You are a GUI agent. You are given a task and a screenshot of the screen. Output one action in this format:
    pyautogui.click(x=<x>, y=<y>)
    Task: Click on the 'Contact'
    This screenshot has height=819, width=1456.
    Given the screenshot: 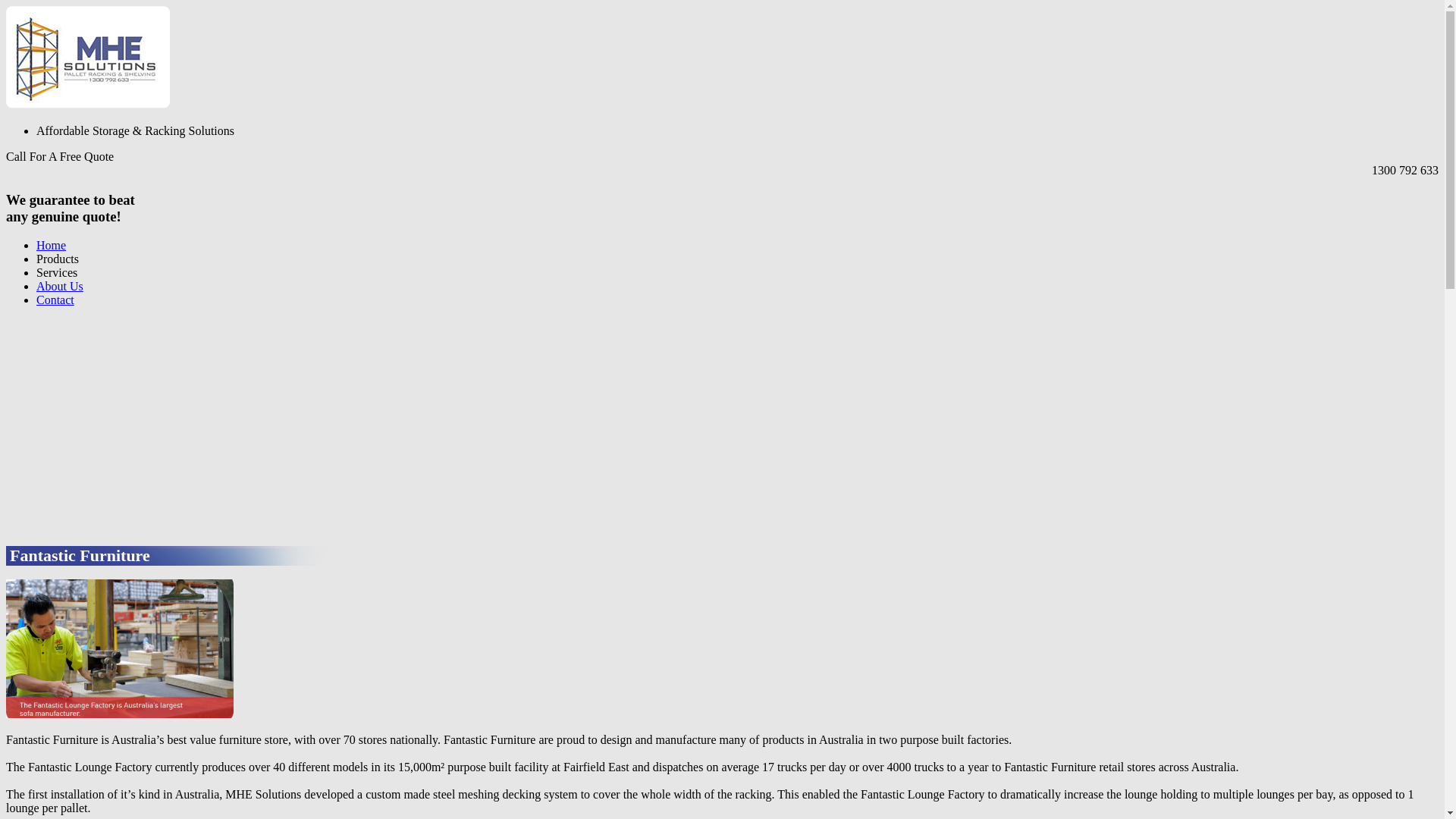 What is the action you would take?
    pyautogui.click(x=36, y=300)
    